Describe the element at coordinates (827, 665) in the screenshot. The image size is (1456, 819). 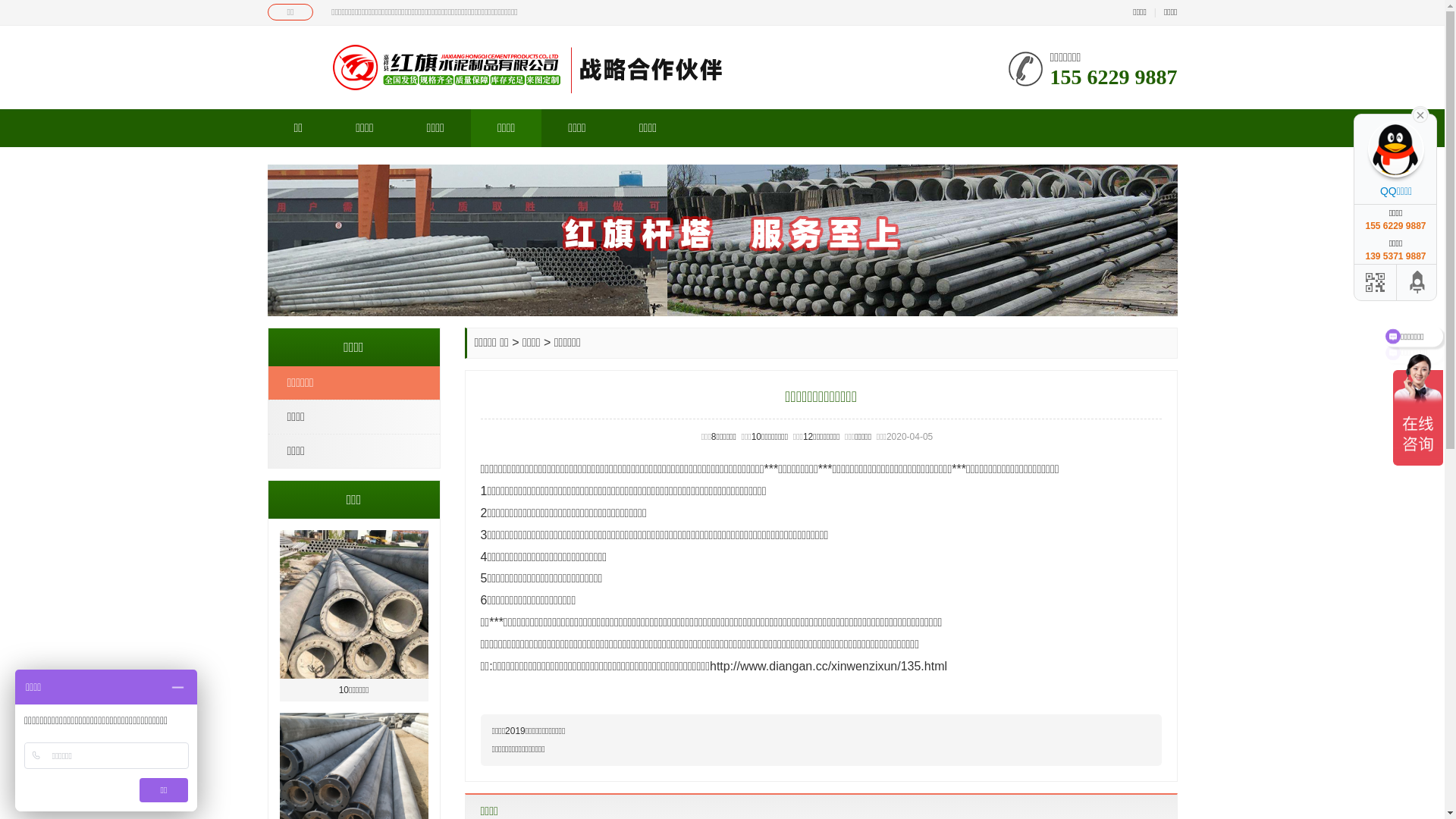
I see `'http://www.diangan.cc/xinwenzixun/135.html'` at that location.